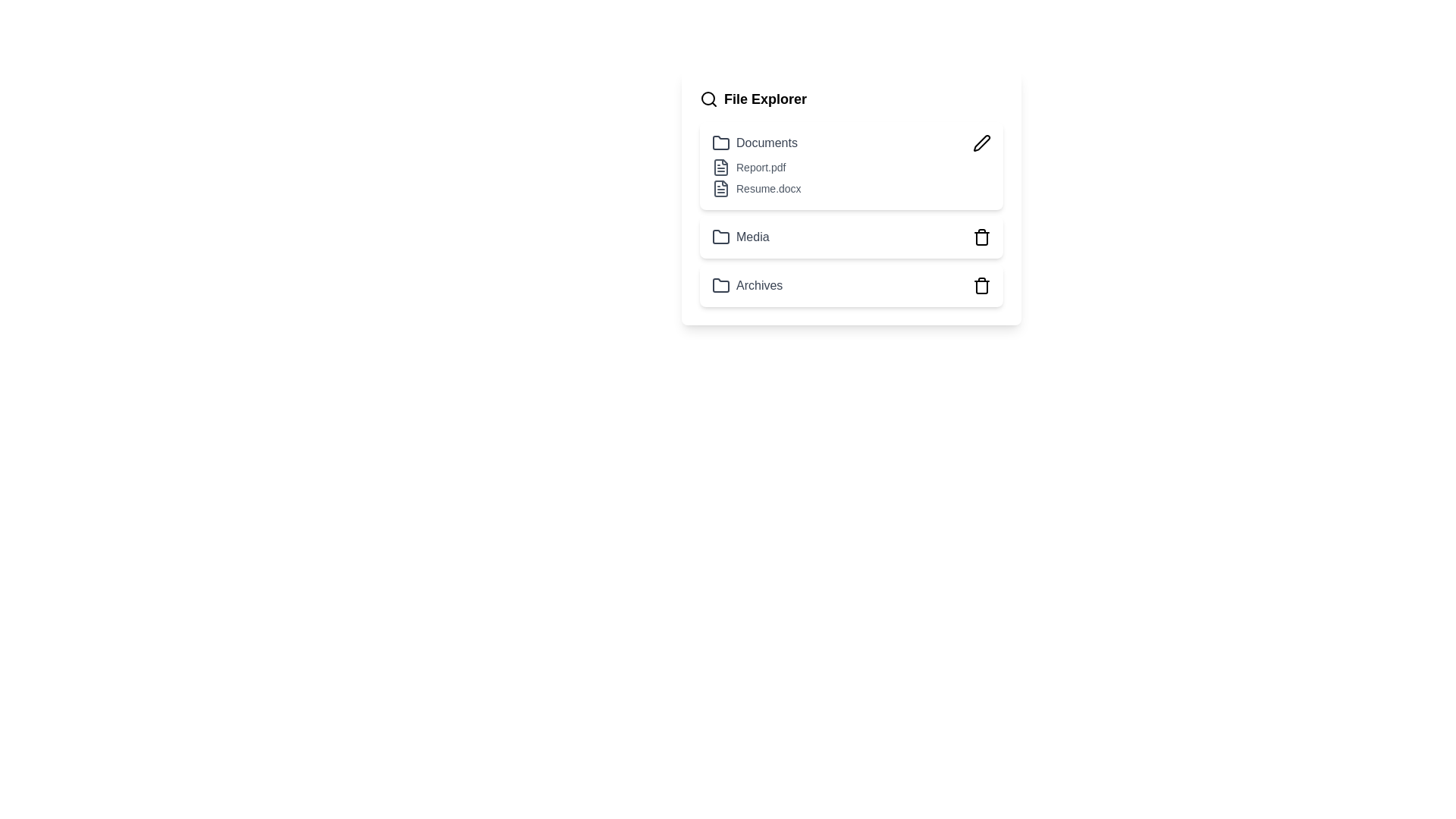 This screenshot has height=819, width=1456. Describe the element at coordinates (852, 166) in the screenshot. I see `the first card in the 'Documents' category for repositioning` at that location.